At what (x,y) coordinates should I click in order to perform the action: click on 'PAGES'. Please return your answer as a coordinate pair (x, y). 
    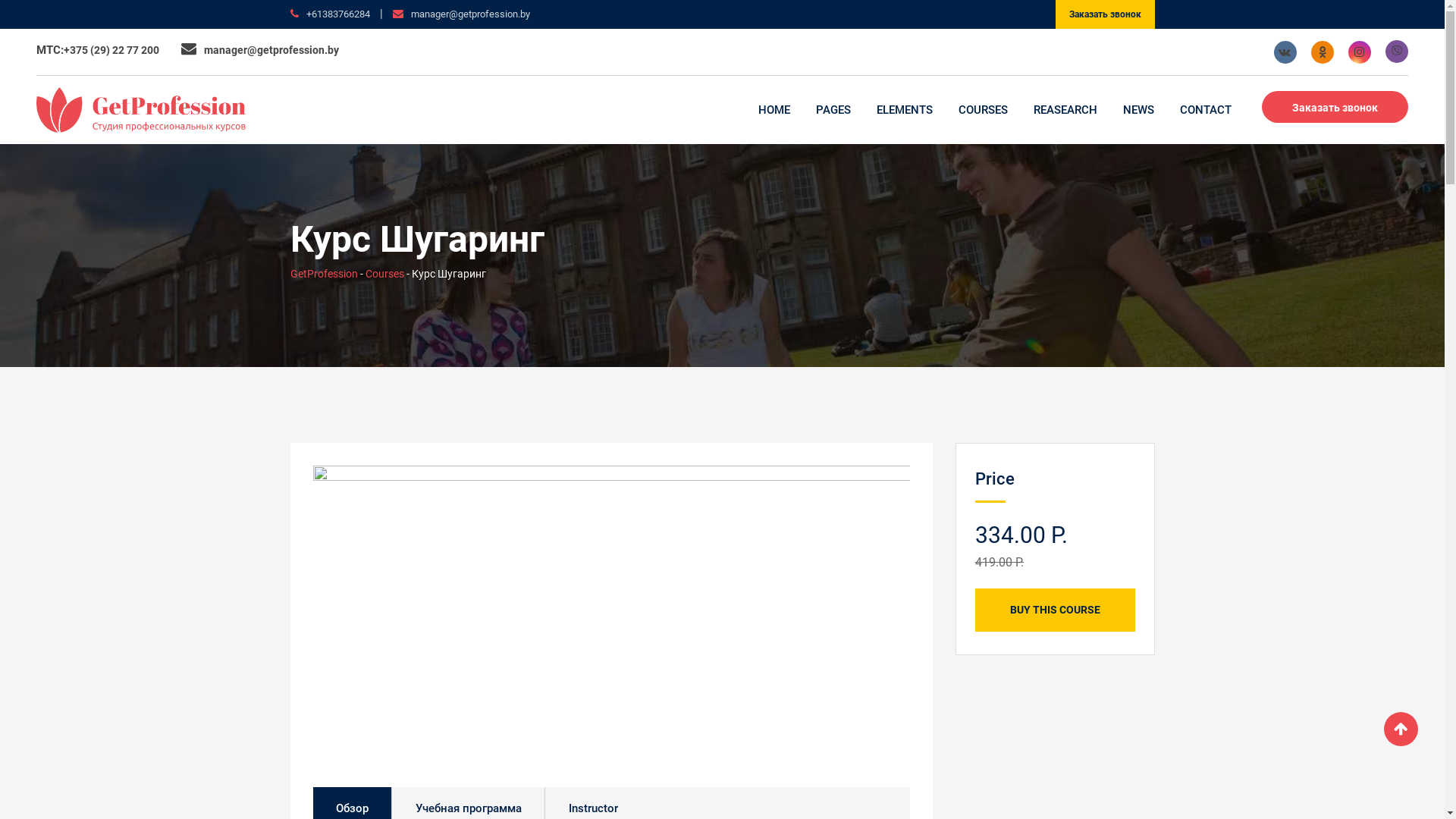
    Looking at the image, I should click on (833, 109).